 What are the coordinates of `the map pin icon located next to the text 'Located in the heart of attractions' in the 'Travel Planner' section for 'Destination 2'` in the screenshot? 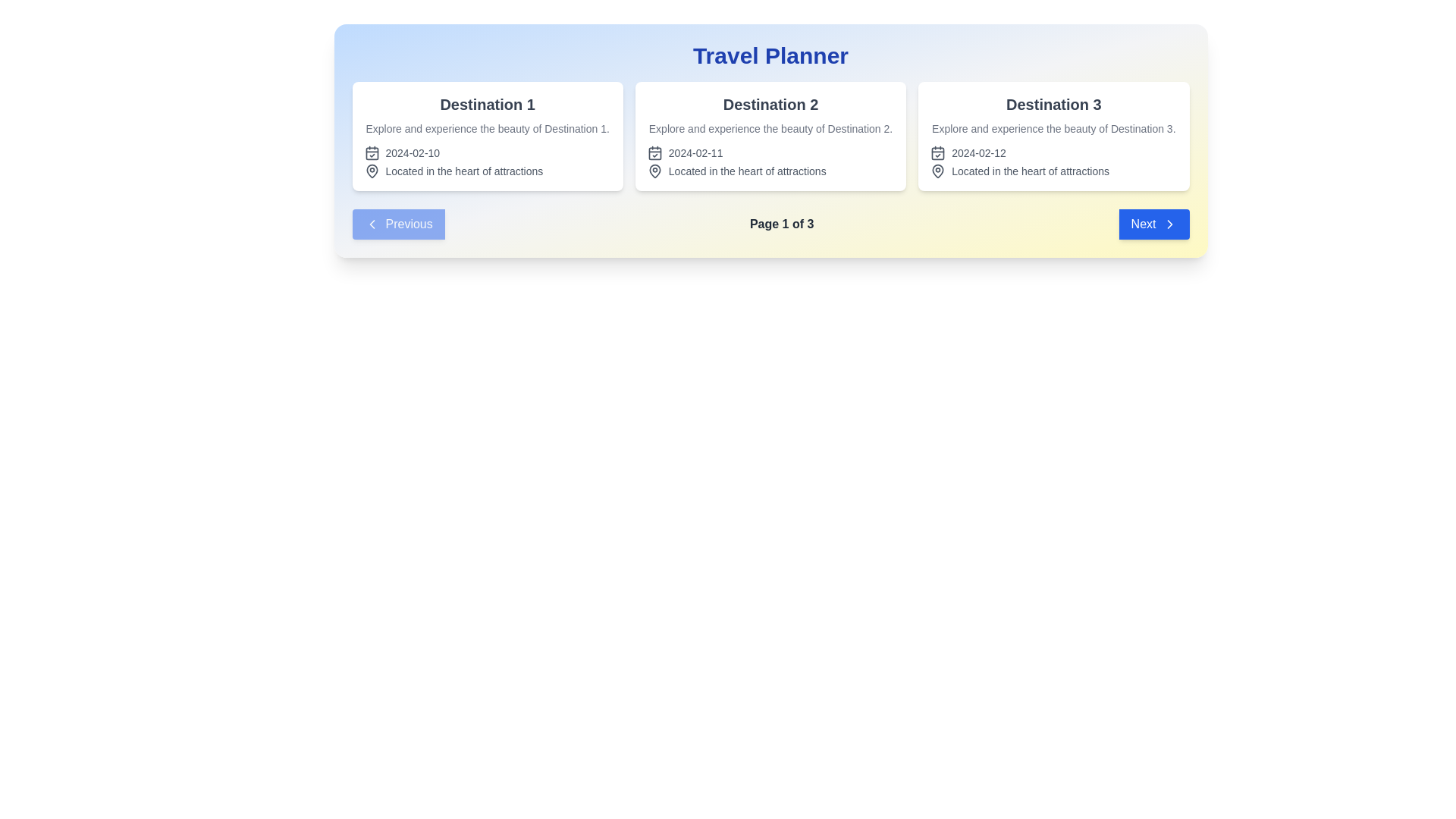 It's located at (654, 171).